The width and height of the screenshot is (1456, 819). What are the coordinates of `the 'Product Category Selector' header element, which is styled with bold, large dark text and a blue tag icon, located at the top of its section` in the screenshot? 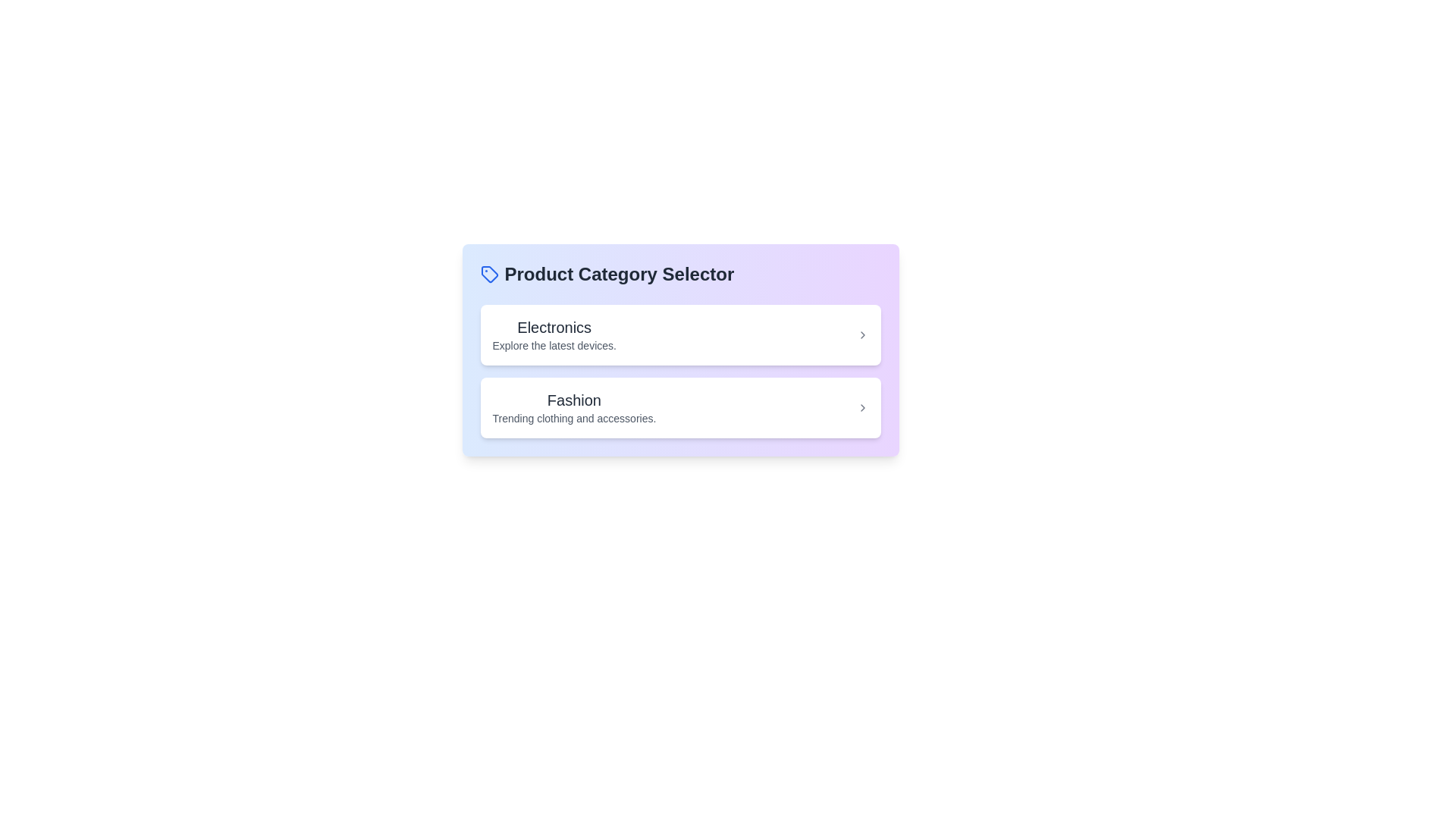 It's located at (679, 275).